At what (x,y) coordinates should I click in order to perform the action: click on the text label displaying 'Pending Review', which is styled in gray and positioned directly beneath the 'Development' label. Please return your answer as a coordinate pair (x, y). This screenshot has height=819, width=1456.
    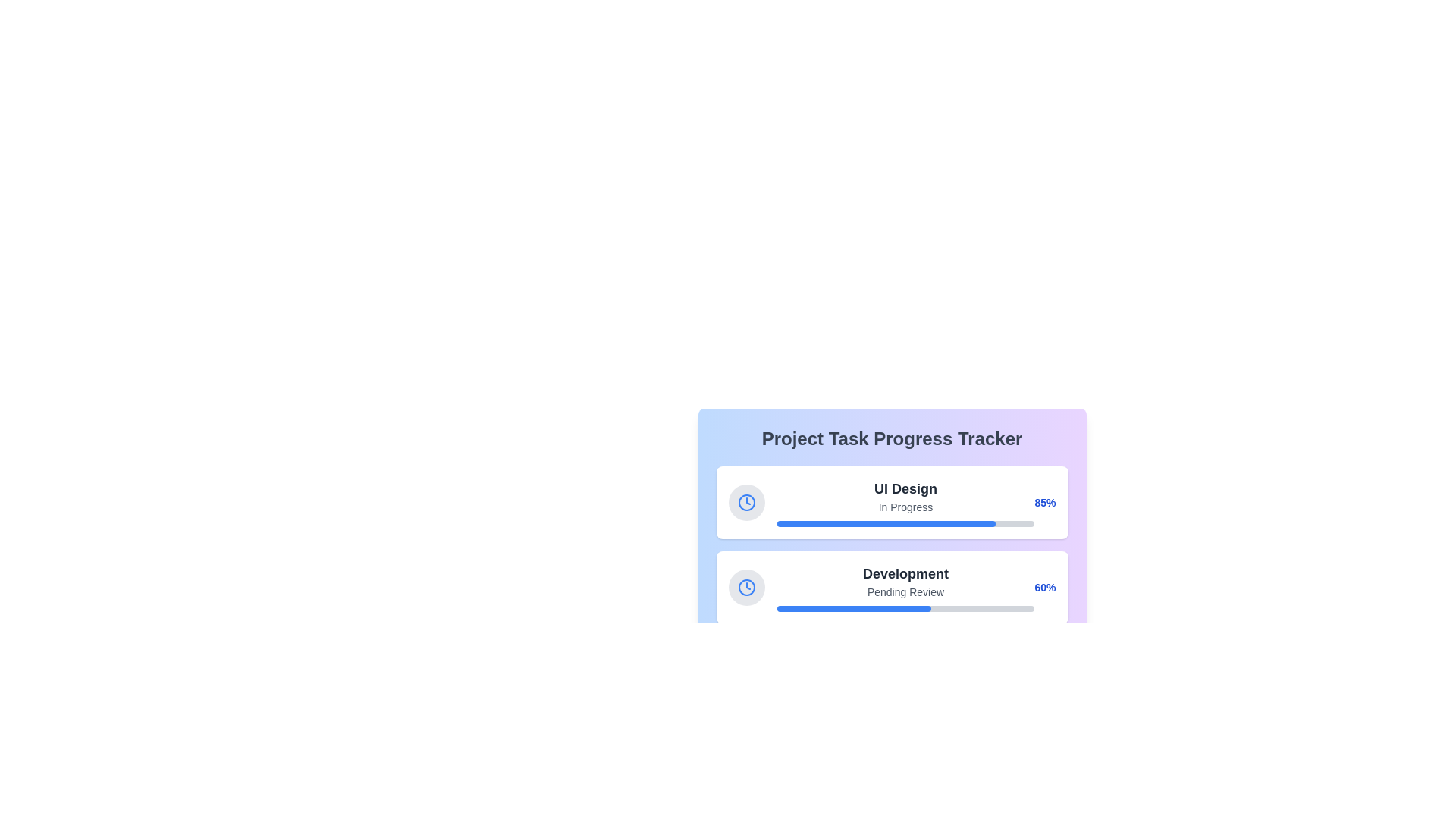
    Looking at the image, I should click on (905, 591).